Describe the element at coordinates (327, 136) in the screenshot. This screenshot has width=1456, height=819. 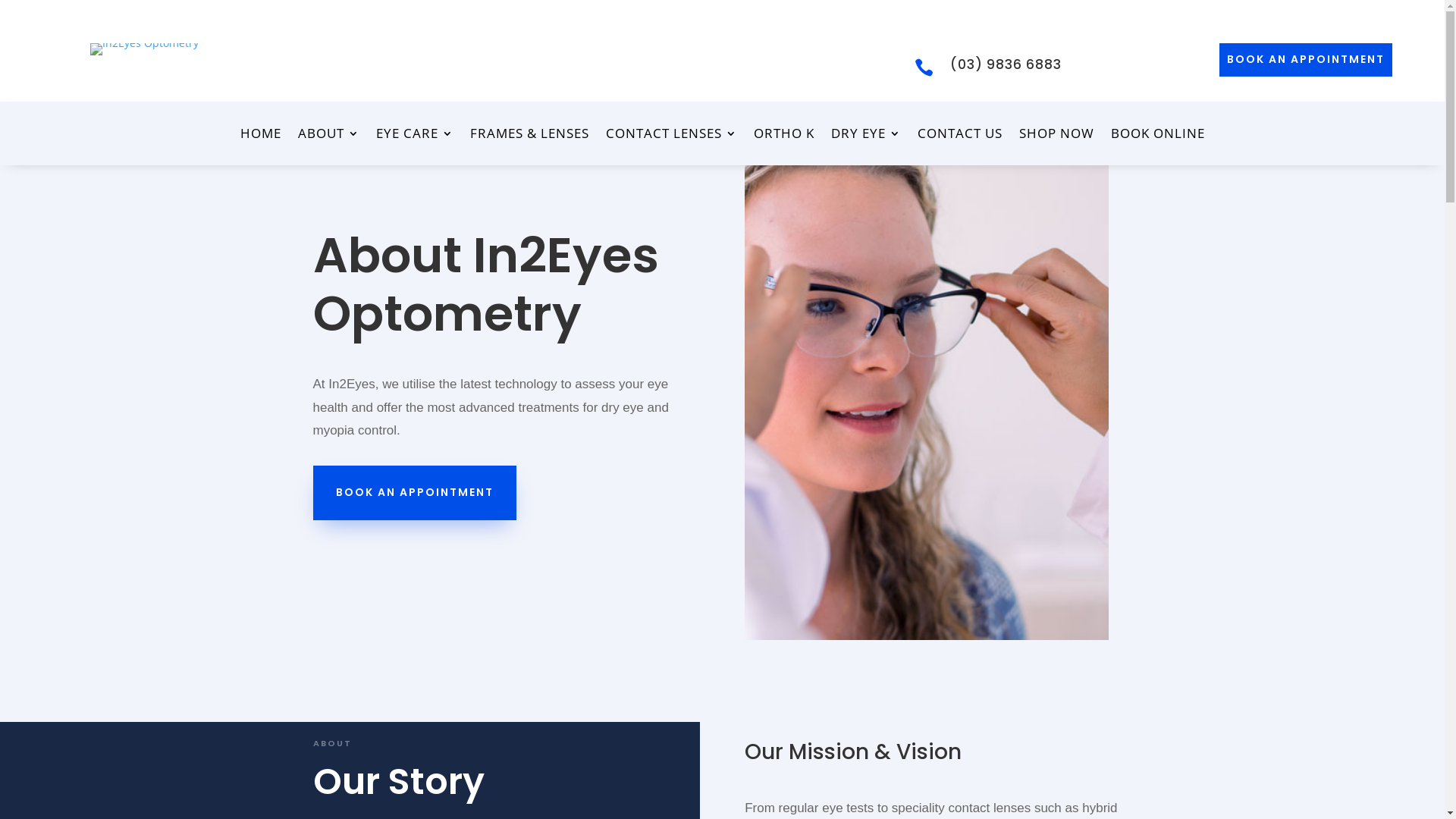
I see `'ABOUT'` at that location.